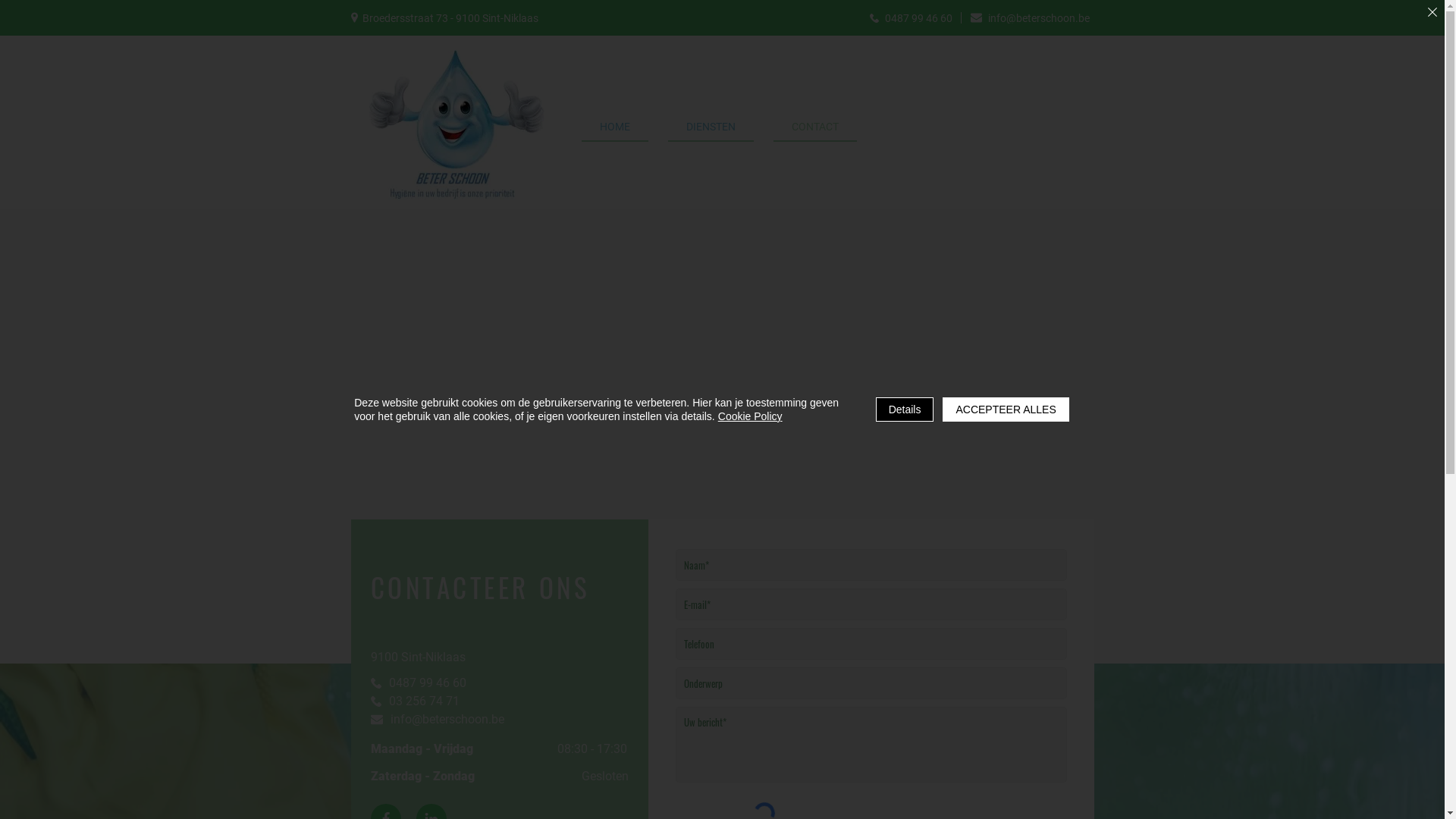 The width and height of the screenshot is (1456, 819). I want to click on 'info@beterschoon.be', so click(442, 718).